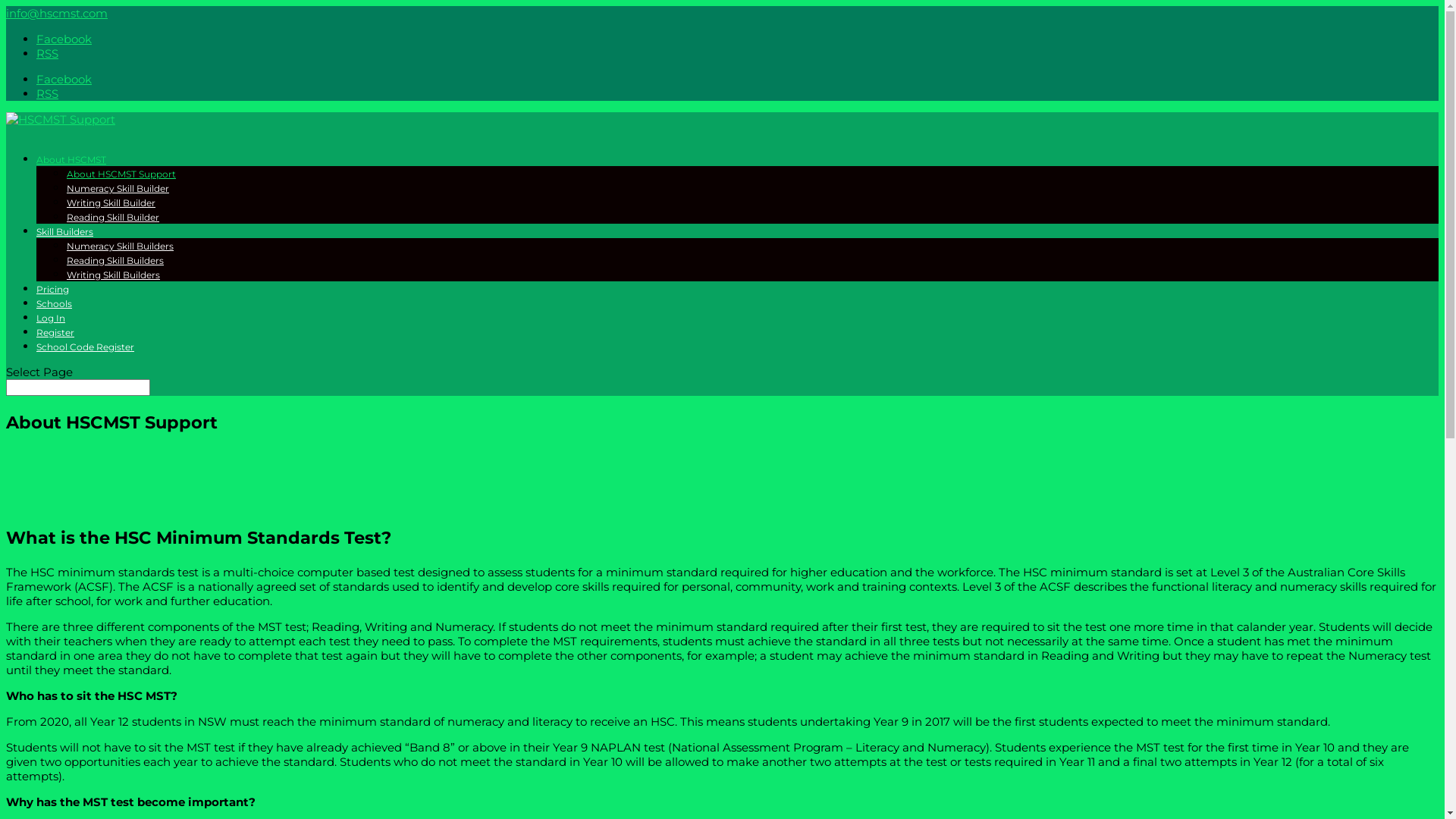  I want to click on 'About HSCMST Support', so click(65, 173).